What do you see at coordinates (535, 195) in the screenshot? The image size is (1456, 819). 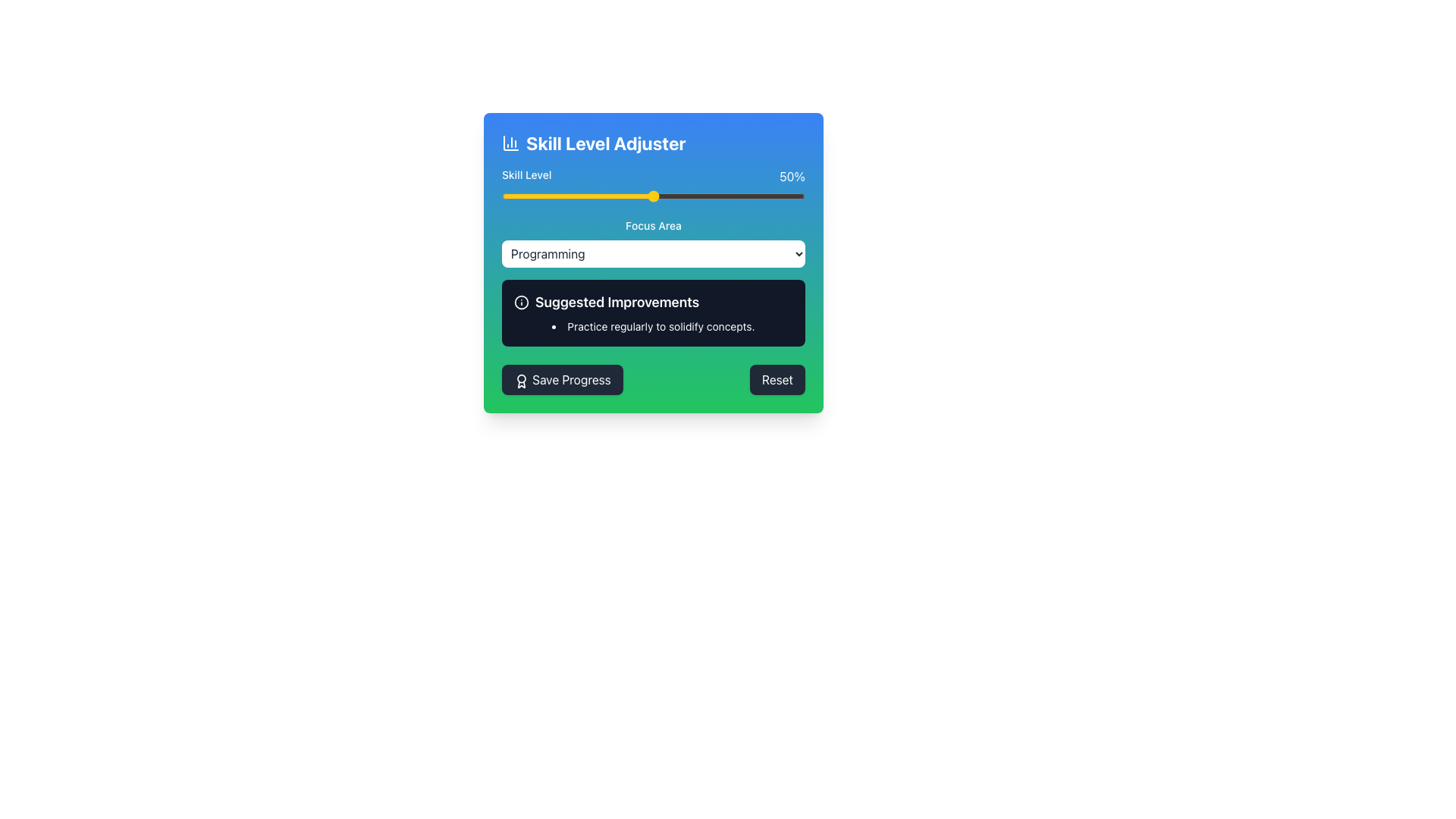 I see `the slider` at bounding box center [535, 195].